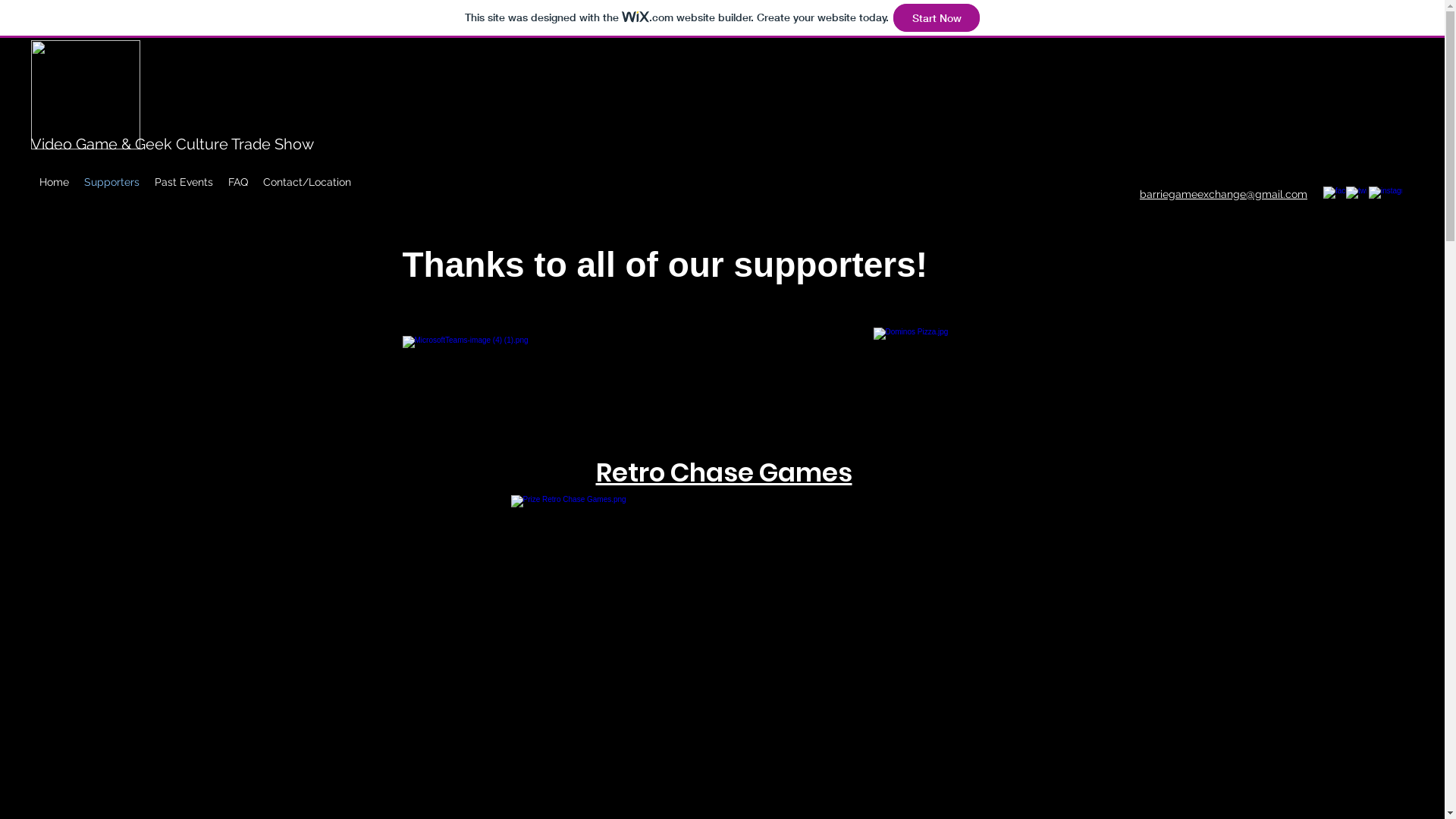 Image resolution: width=1456 pixels, height=819 pixels. I want to click on 'FAQ', so click(220, 180).